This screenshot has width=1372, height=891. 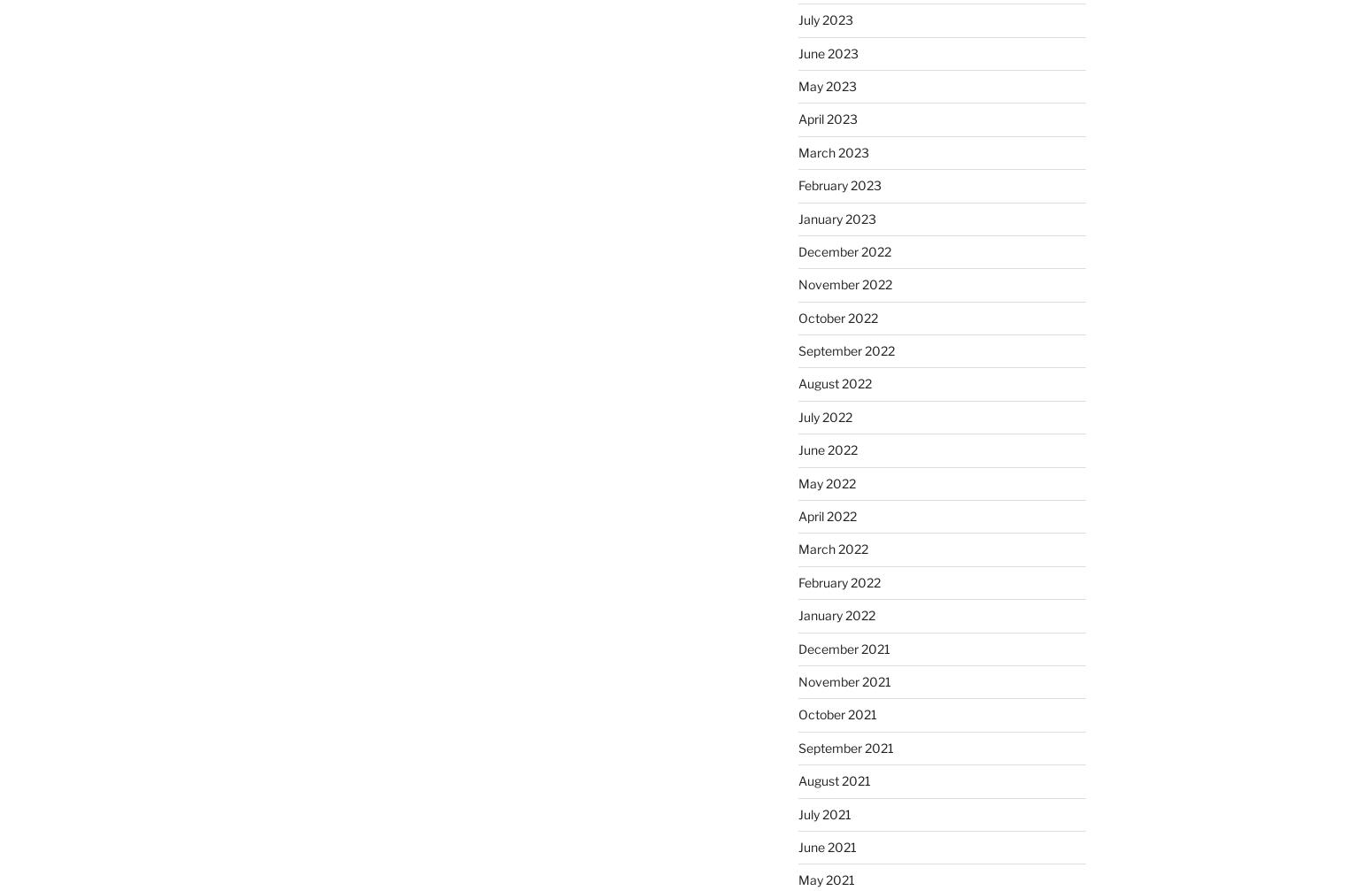 I want to click on 'September 2021', so click(x=844, y=746).